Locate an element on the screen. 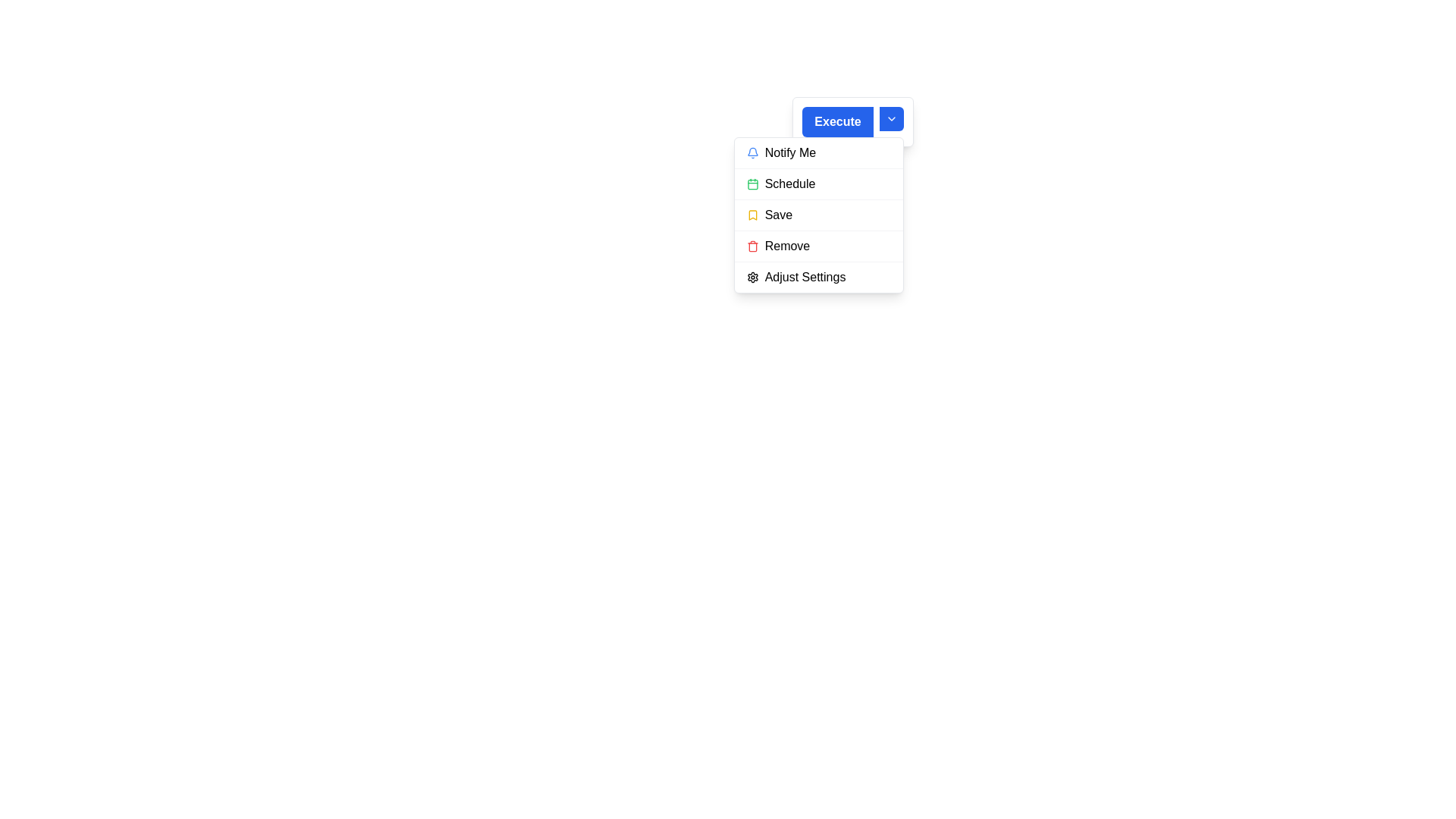 The width and height of the screenshot is (1456, 819). the leftmost icon within the 'Notify Me' button is located at coordinates (752, 152).